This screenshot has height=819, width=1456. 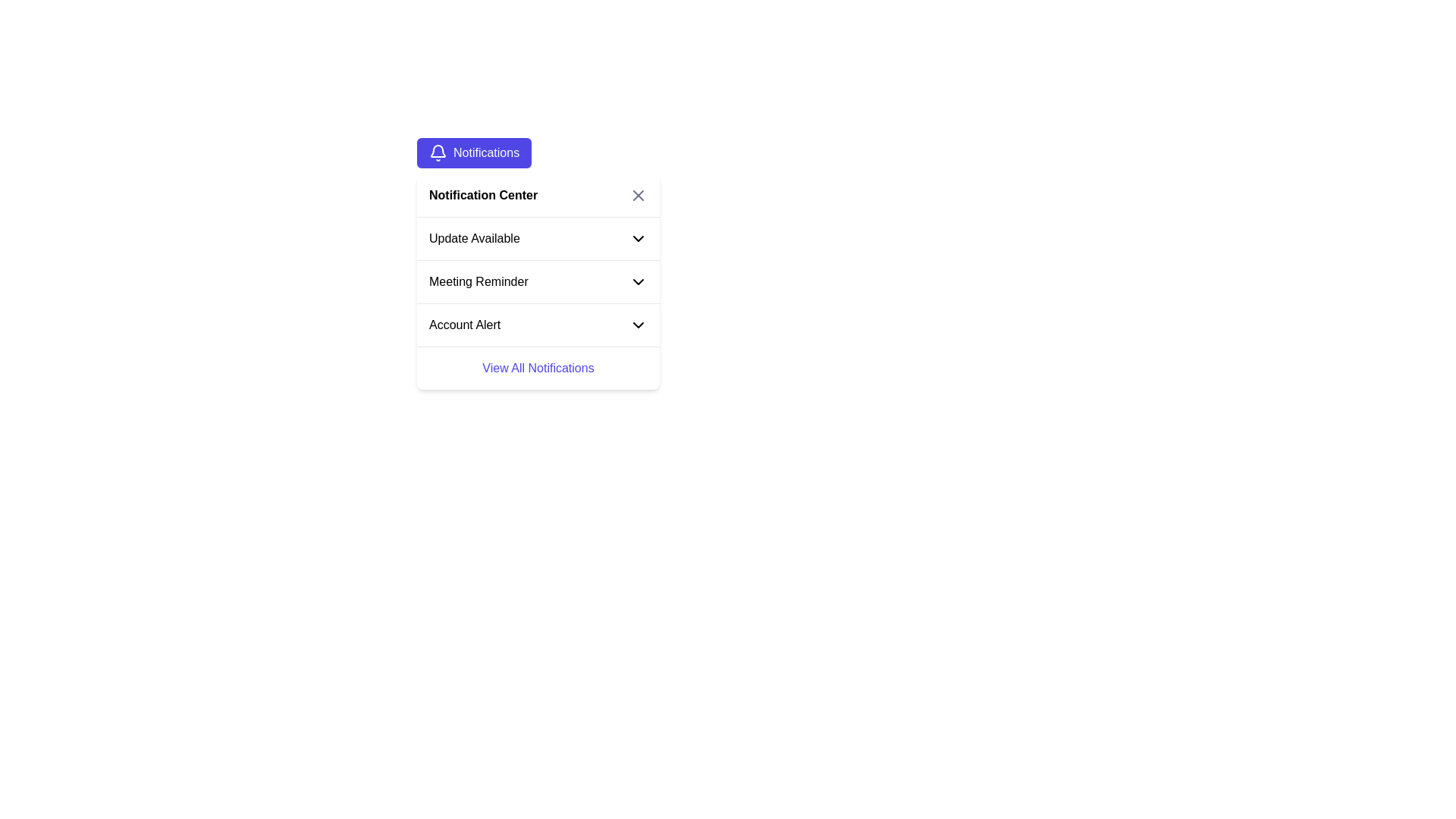 I want to click on the 'Meeting Reminder' expandable notification item, which is the second item in the notification list, so click(x=538, y=281).